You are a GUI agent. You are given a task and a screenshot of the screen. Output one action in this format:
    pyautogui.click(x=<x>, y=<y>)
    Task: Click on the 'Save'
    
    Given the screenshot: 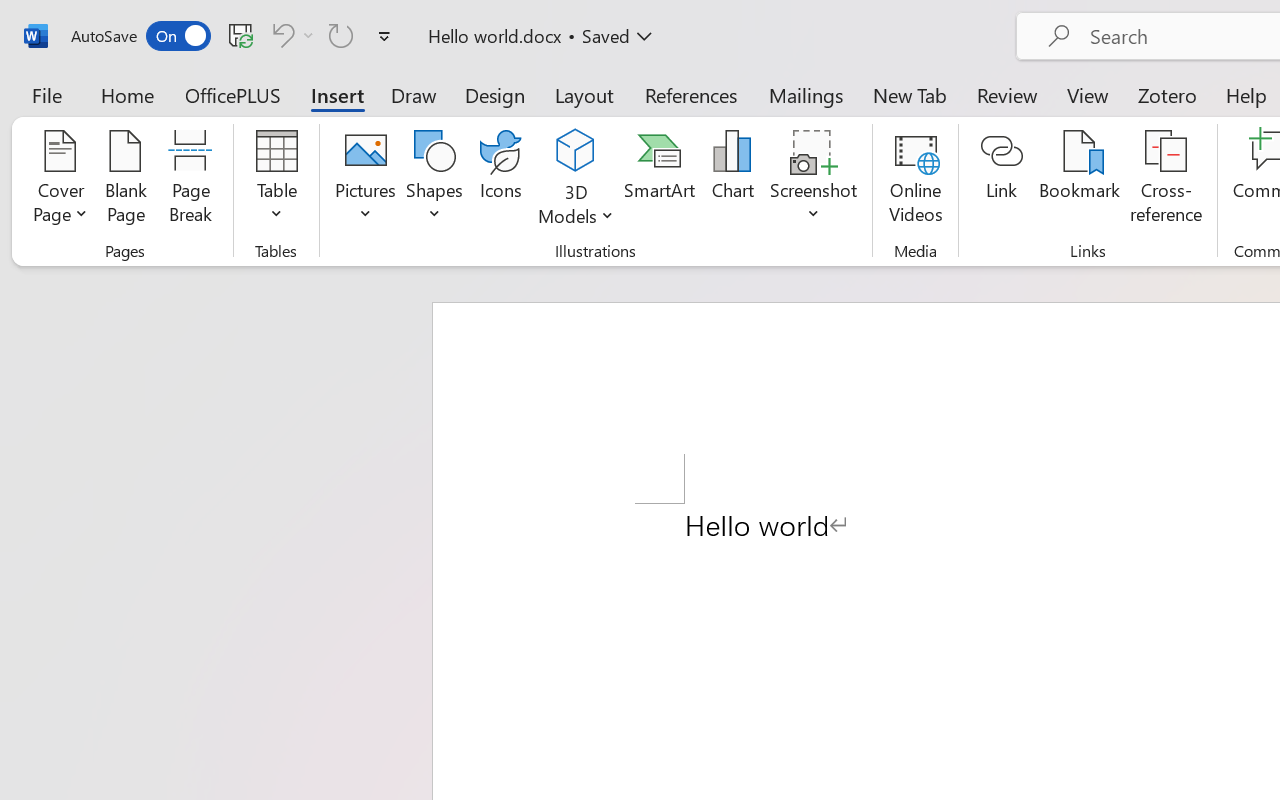 What is the action you would take?
    pyautogui.click(x=240, y=34)
    